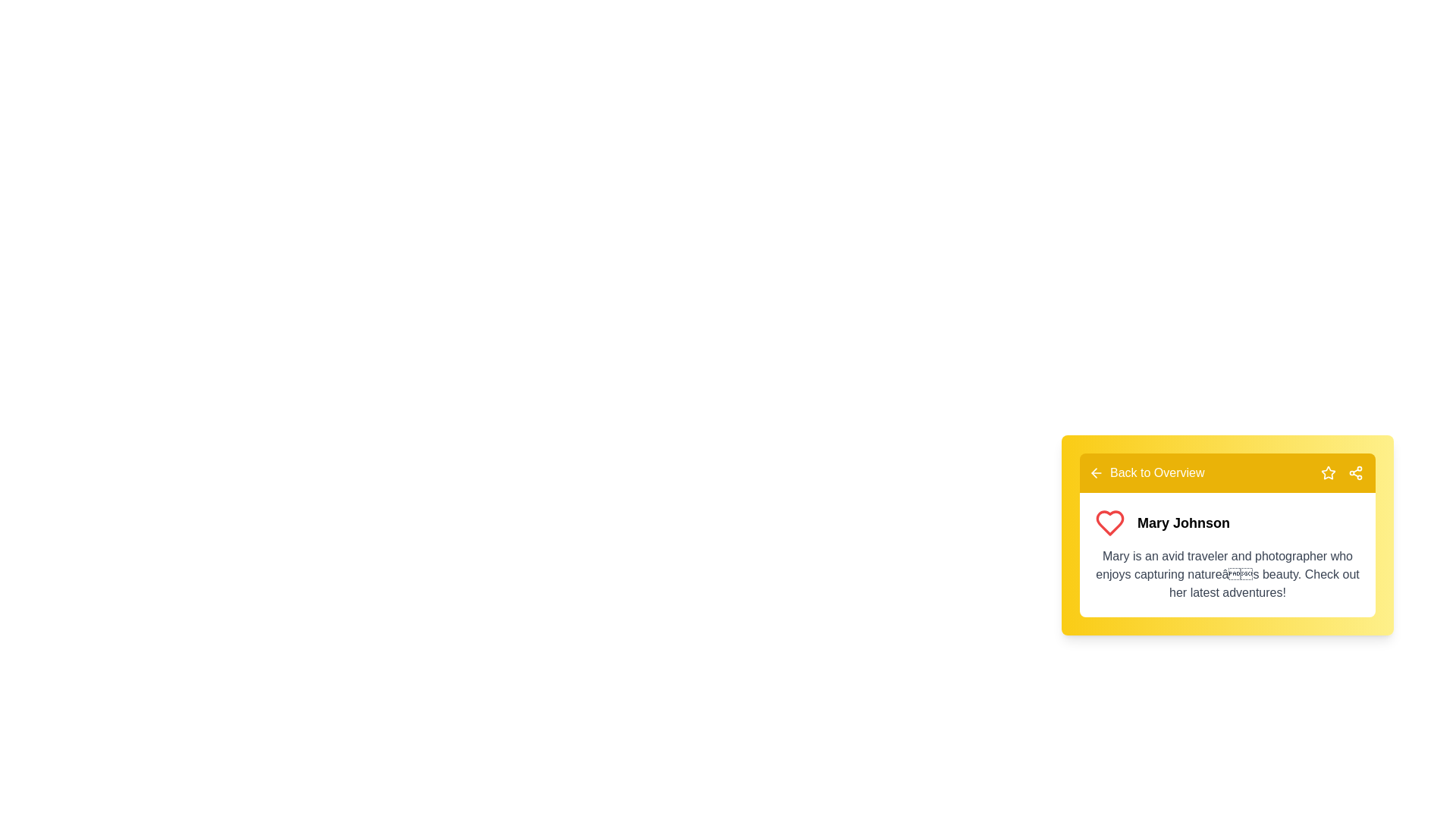  Describe the element at coordinates (1328, 472) in the screenshot. I see `the rightmost icon button in the top header bar of the card component to mark the item as a favorite` at that location.